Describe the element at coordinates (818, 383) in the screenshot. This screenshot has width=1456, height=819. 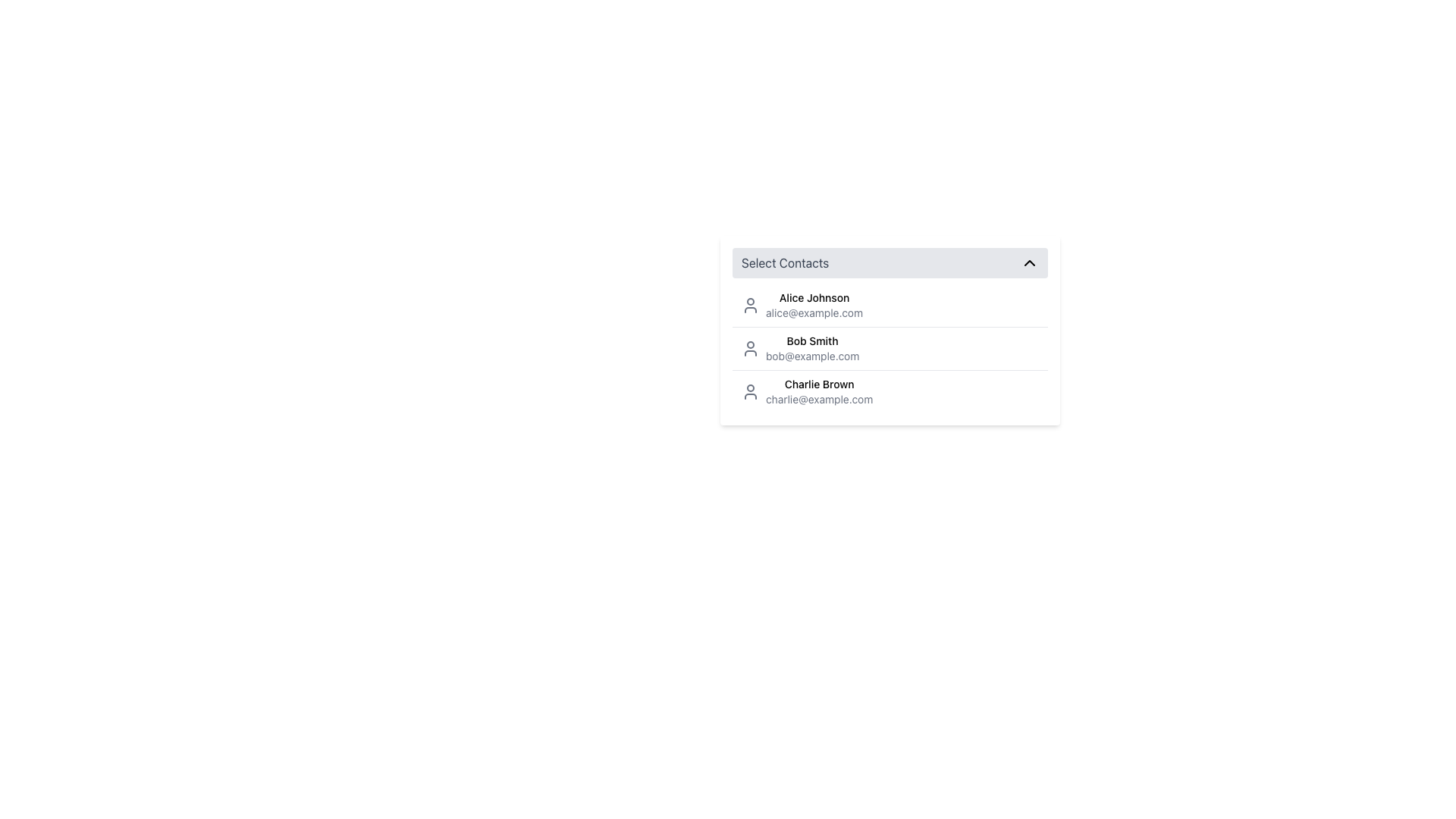
I see `the static text element displaying 'Charlie Brown', which is the third contact in the list located within the 'Select Contacts' dropdown` at that location.